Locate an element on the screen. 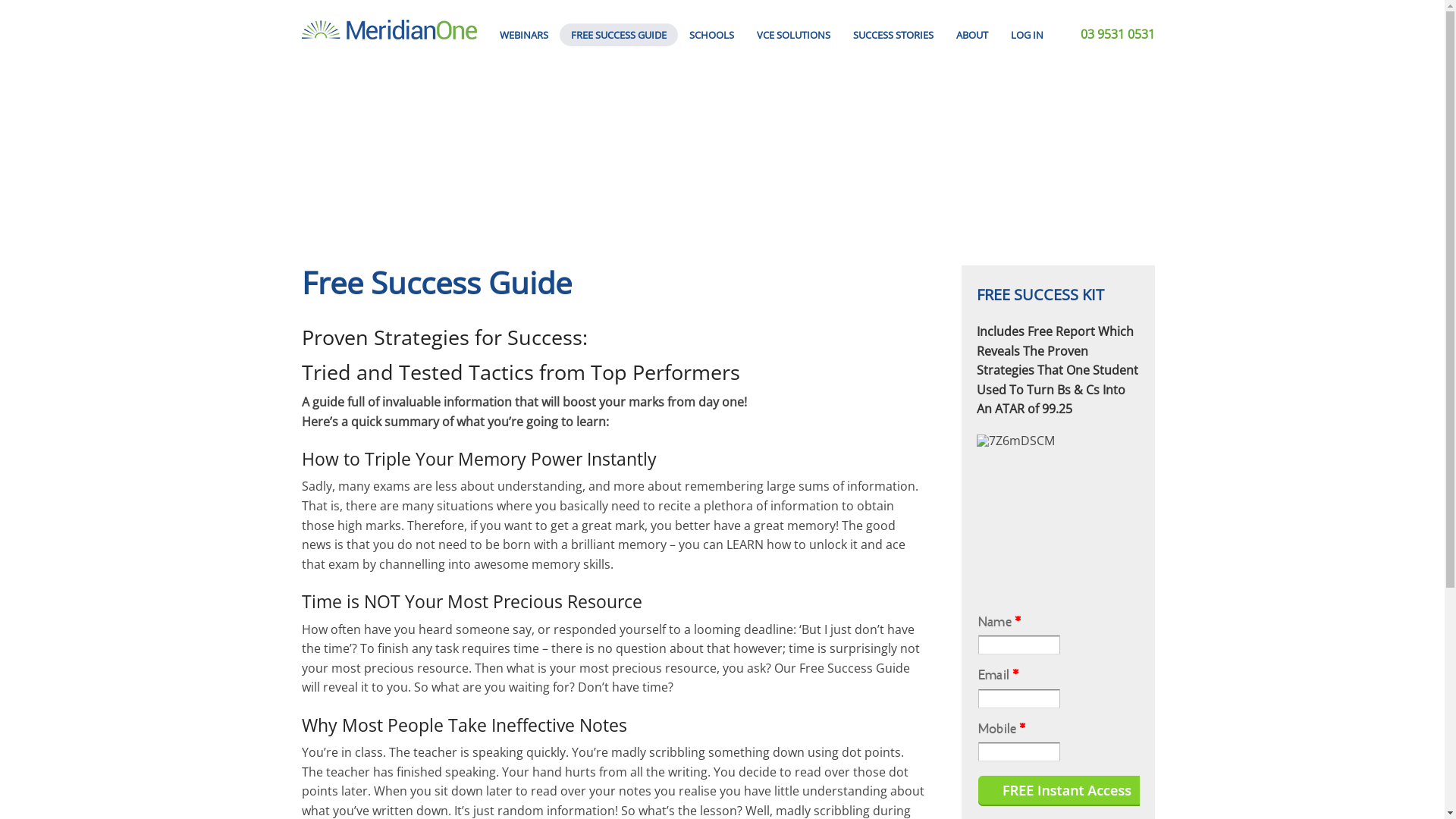 The width and height of the screenshot is (1456, 819). 'SCHOOLS' is located at coordinates (711, 34).